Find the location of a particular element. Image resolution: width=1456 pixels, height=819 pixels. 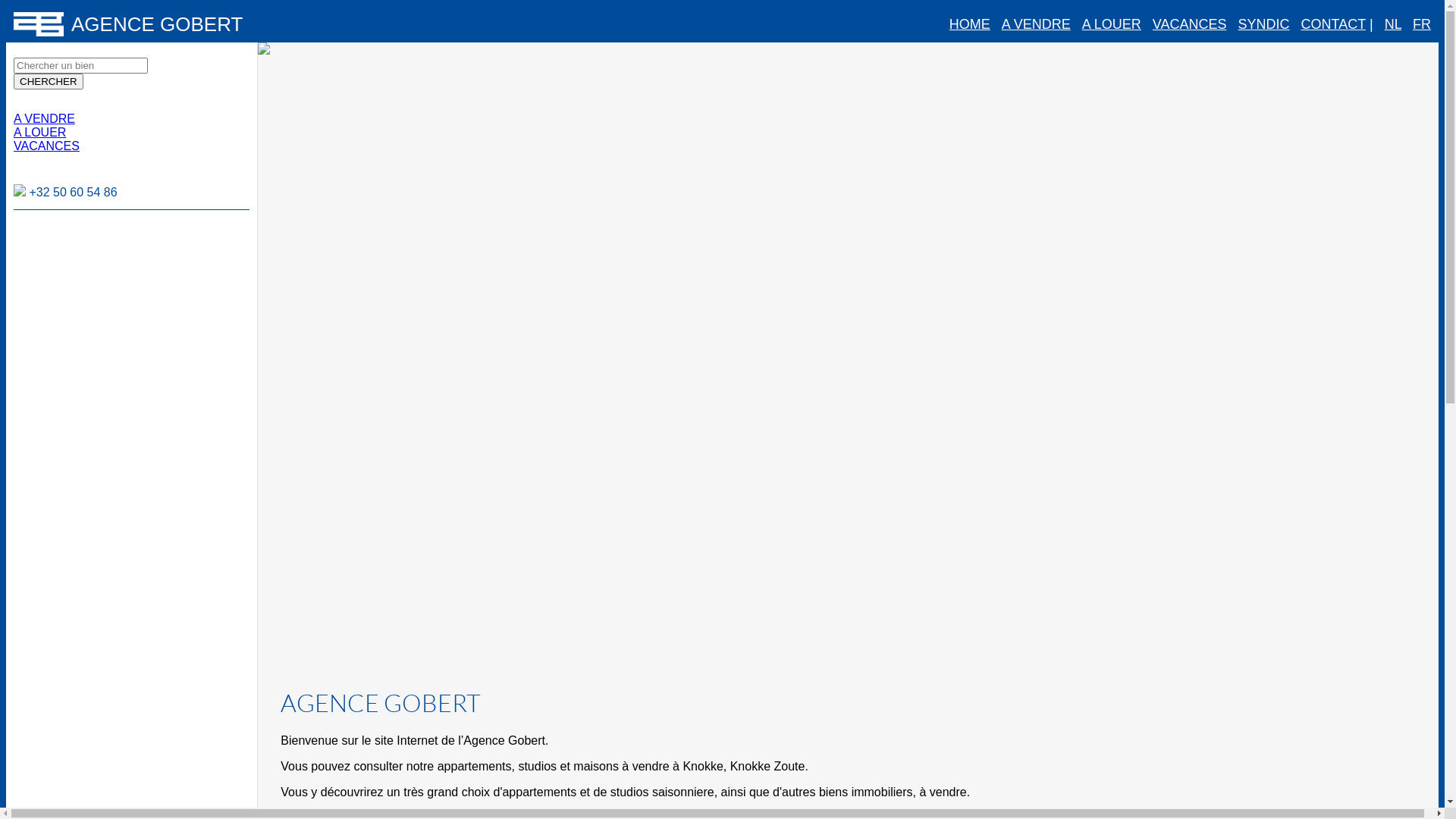

'A VENDRE' is located at coordinates (44, 118).